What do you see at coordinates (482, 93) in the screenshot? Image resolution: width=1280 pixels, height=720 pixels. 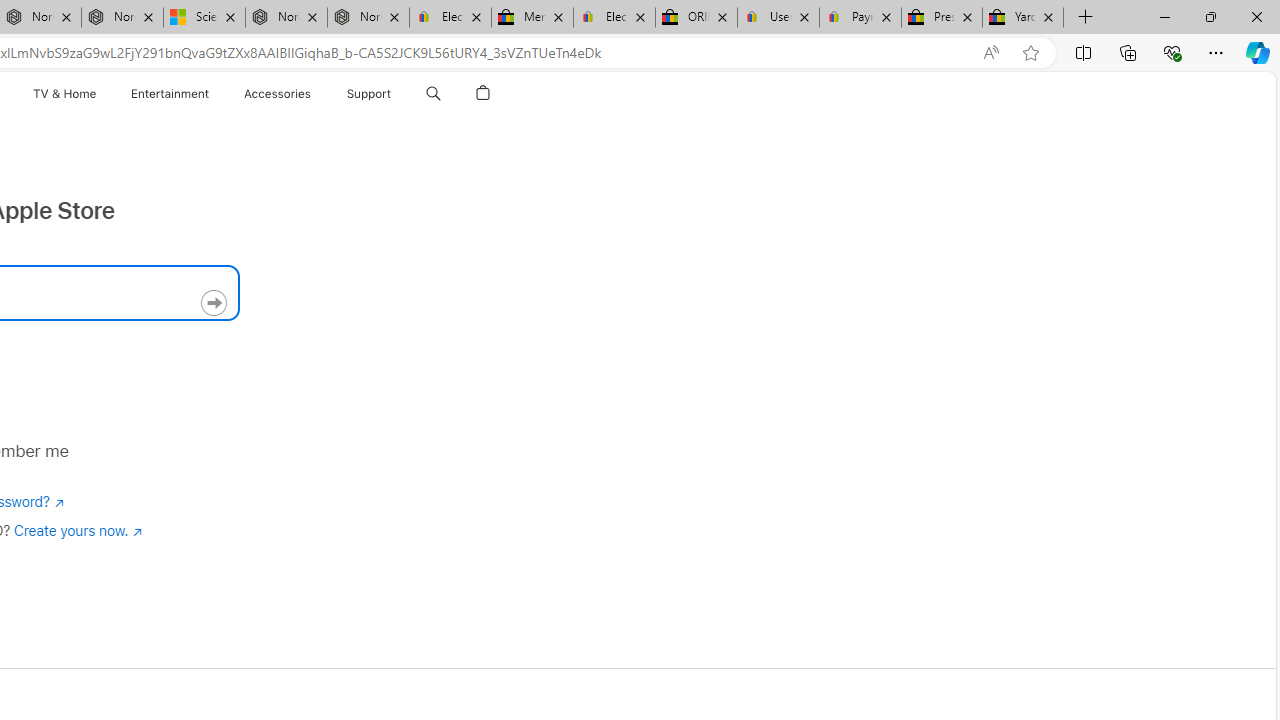 I see `'AutomationID: globalnav-bag'` at bounding box center [482, 93].